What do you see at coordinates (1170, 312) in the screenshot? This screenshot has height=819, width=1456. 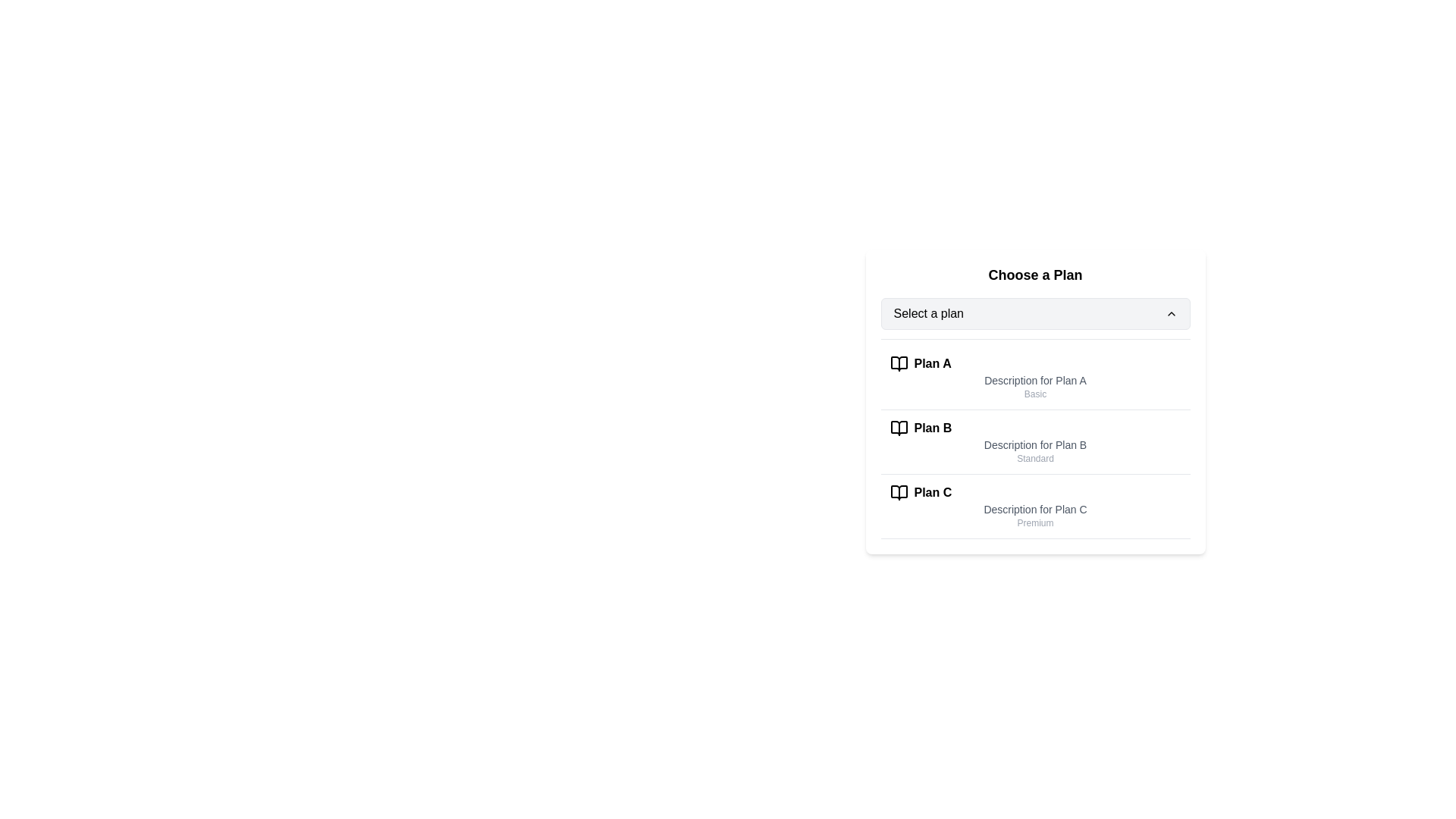 I see `the Chevron Up icon located on the far-right side of the 'Select a plan' dropdown area` at bounding box center [1170, 312].